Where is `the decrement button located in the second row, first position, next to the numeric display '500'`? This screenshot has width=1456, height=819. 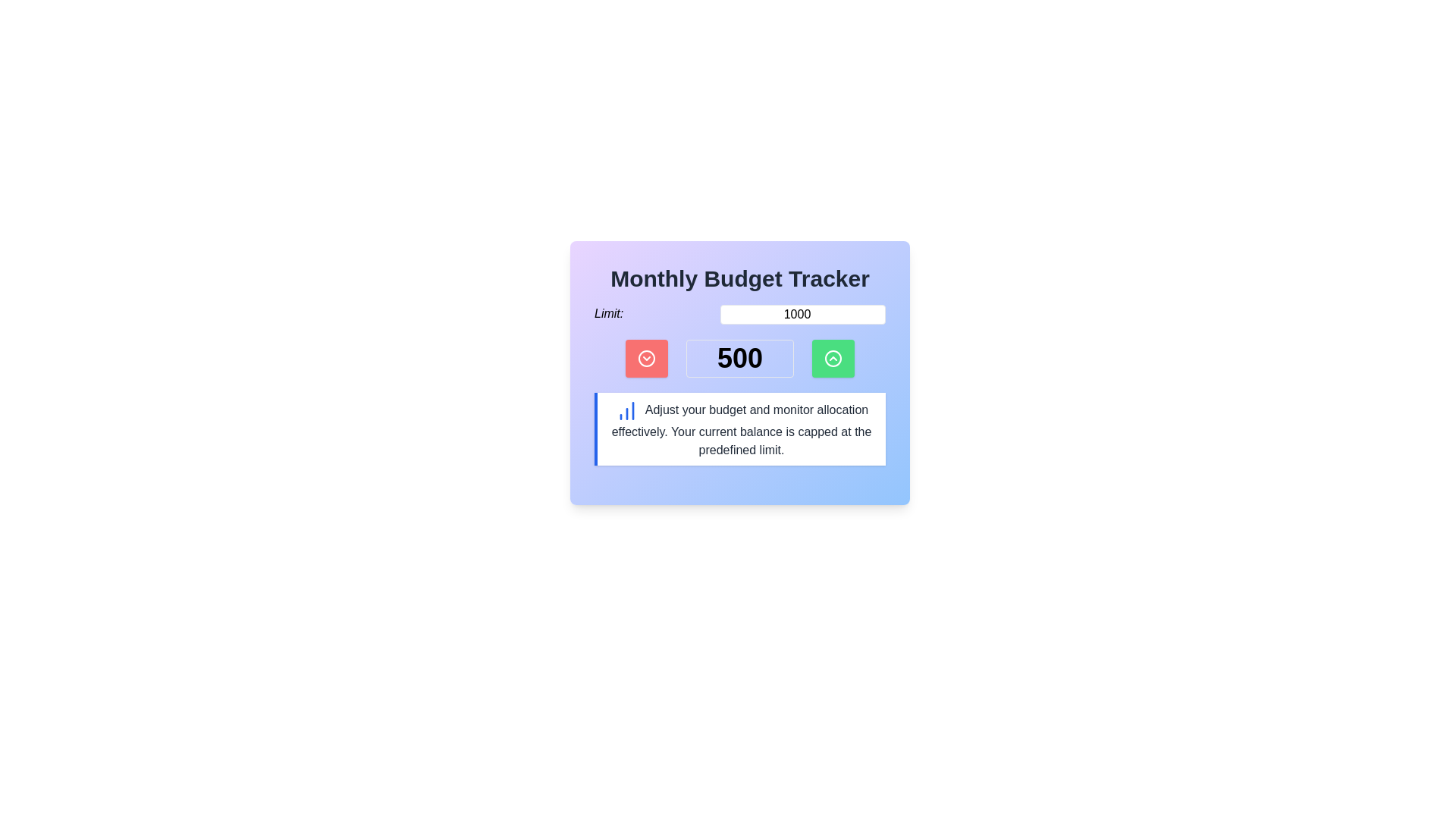
the decrement button located in the second row, first position, next to the numeric display '500' is located at coordinates (646, 359).